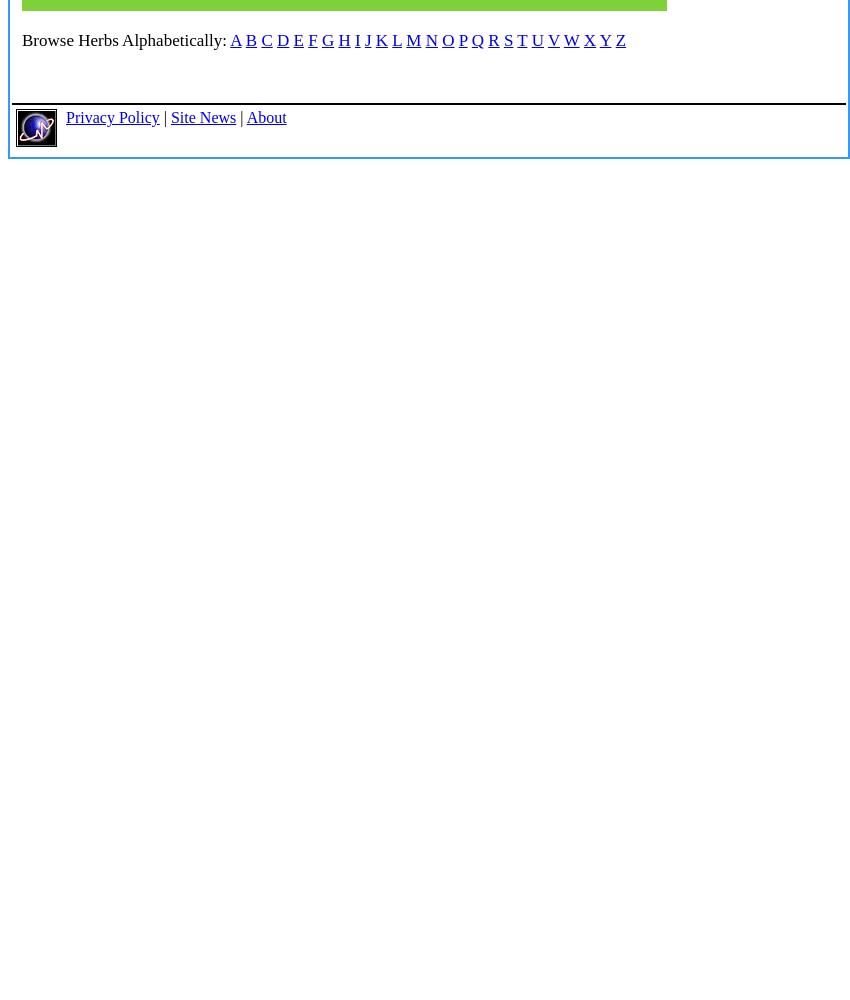 The height and width of the screenshot is (1000, 850). What do you see at coordinates (124, 40) in the screenshot?
I see `'Browse Herbs Alphabetically:'` at bounding box center [124, 40].